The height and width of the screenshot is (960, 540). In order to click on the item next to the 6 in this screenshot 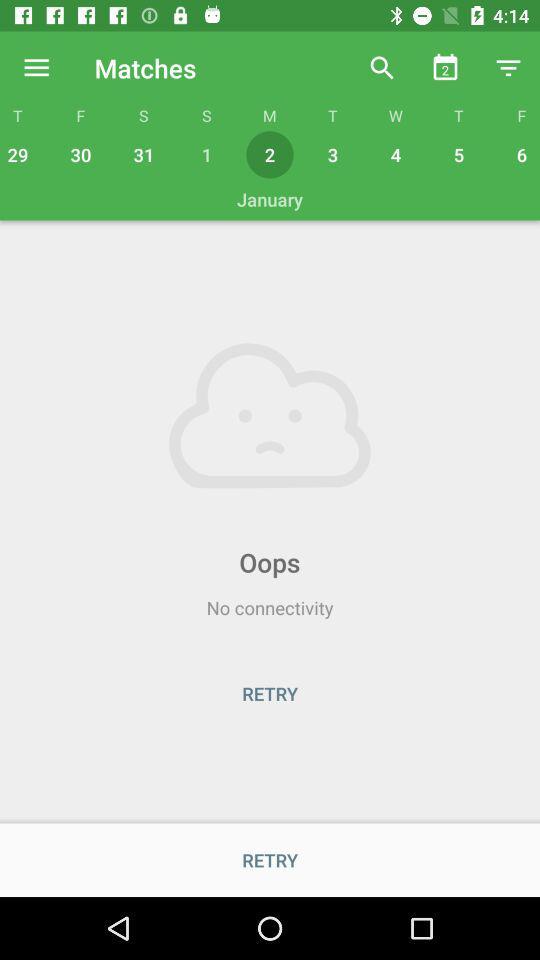, I will do `click(459, 153)`.